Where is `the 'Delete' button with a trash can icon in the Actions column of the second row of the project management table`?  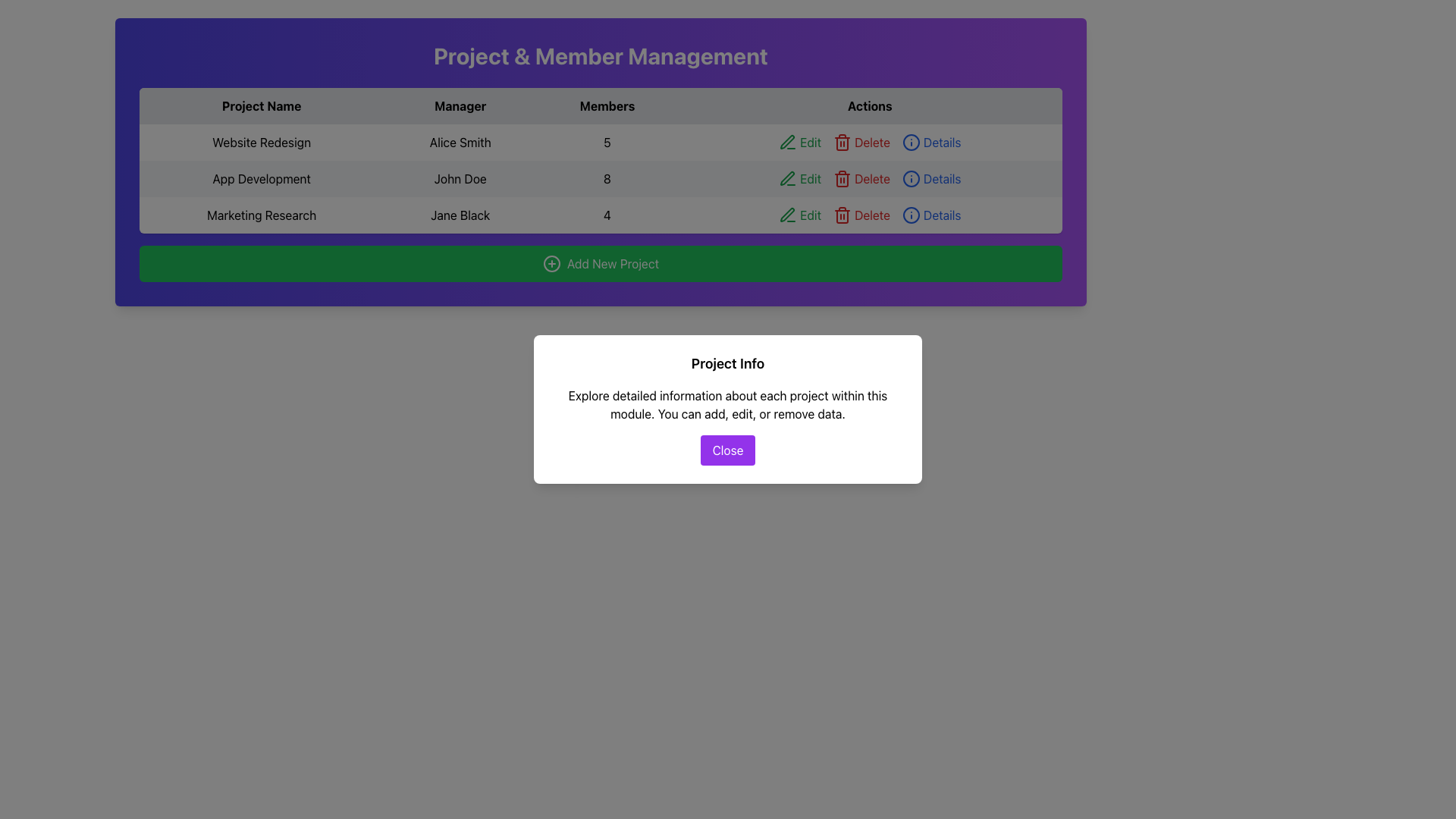
the 'Delete' button with a trash can icon in the Actions column of the second row of the project management table is located at coordinates (861, 177).